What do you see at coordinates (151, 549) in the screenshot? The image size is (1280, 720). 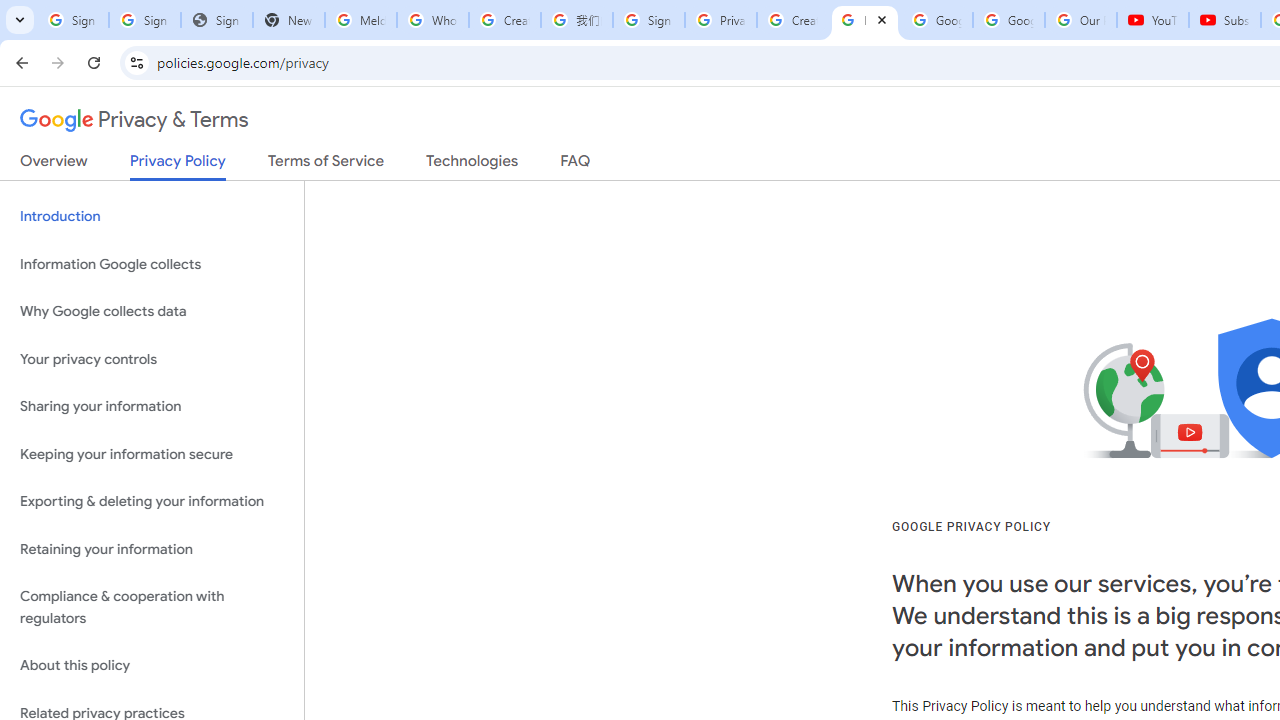 I see `'Retaining your information'` at bounding box center [151, 549].